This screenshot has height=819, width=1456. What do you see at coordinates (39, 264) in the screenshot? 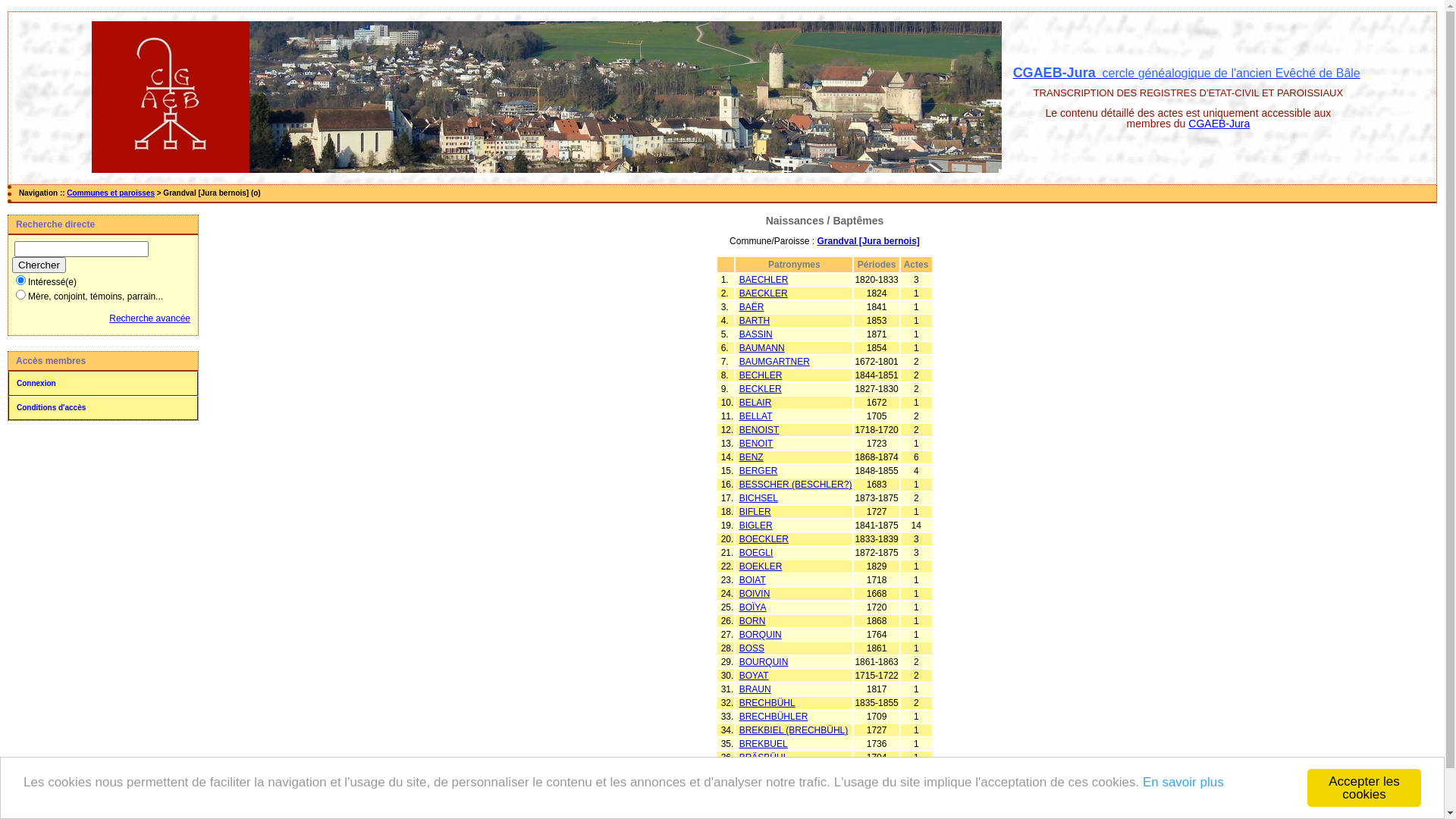
I see `'Chercher'` at bounding box center [39, 264].